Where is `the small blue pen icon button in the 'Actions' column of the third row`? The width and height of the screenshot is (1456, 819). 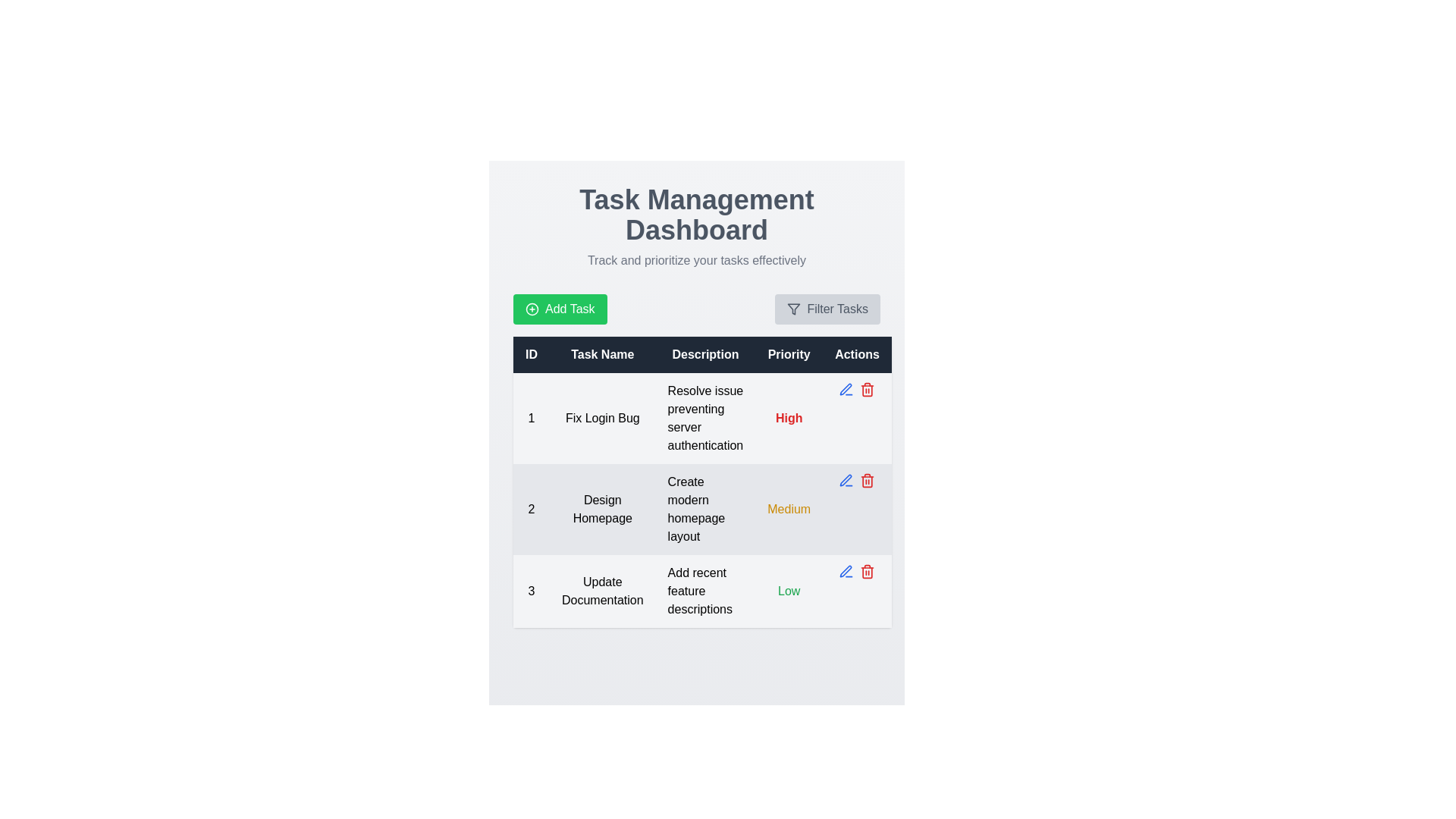 the small blue pen icon button in the 'Actions' column of the third row is located at coordinates (846, 571).